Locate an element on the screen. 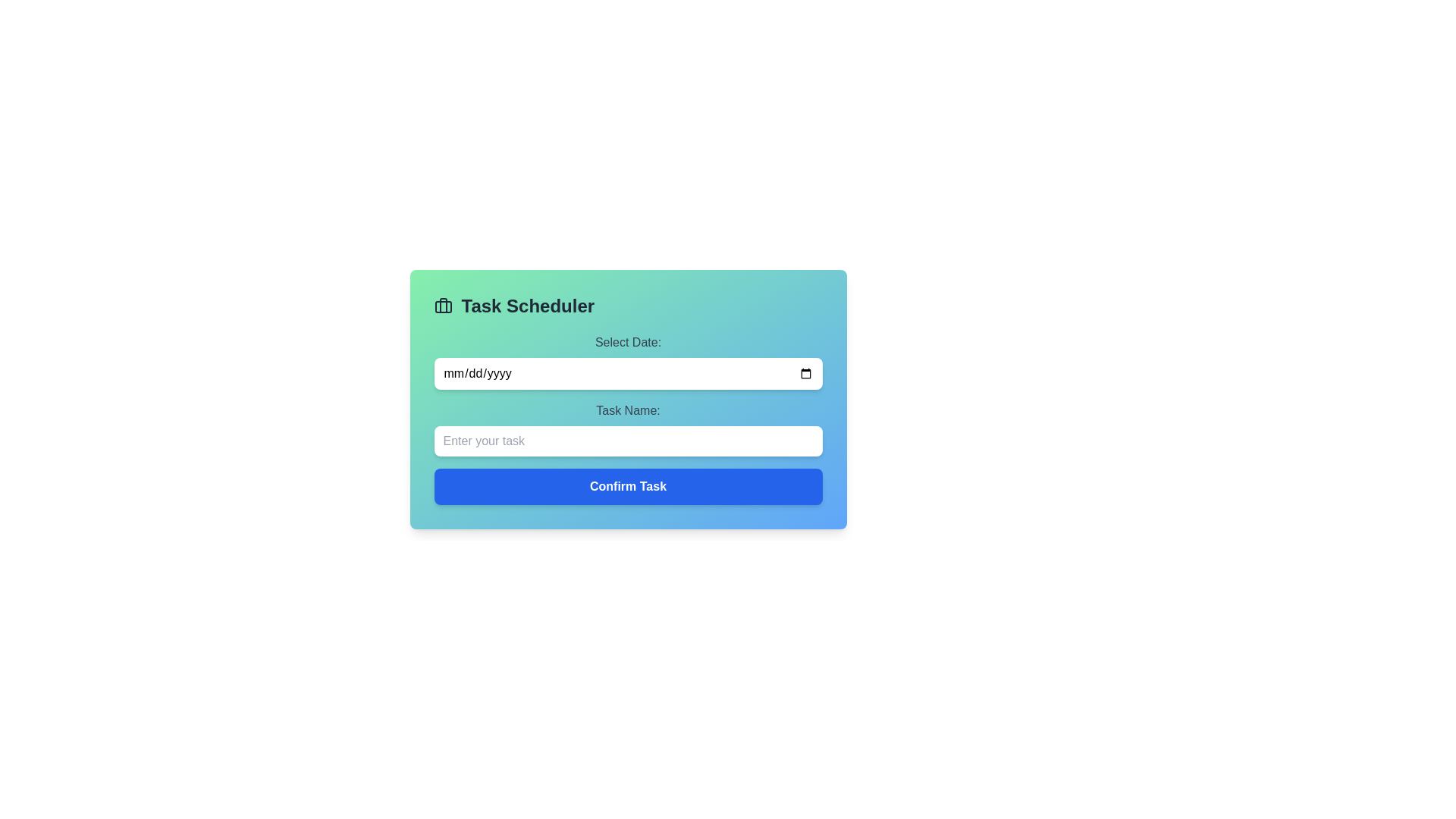 The image size is (1456, 819). a date from the calendar by clicking on the Date Input Field labeled 'Select Date:' which has a placeholder in the format 'mm/dd/yyyy' is located at coordinates (628, 362).